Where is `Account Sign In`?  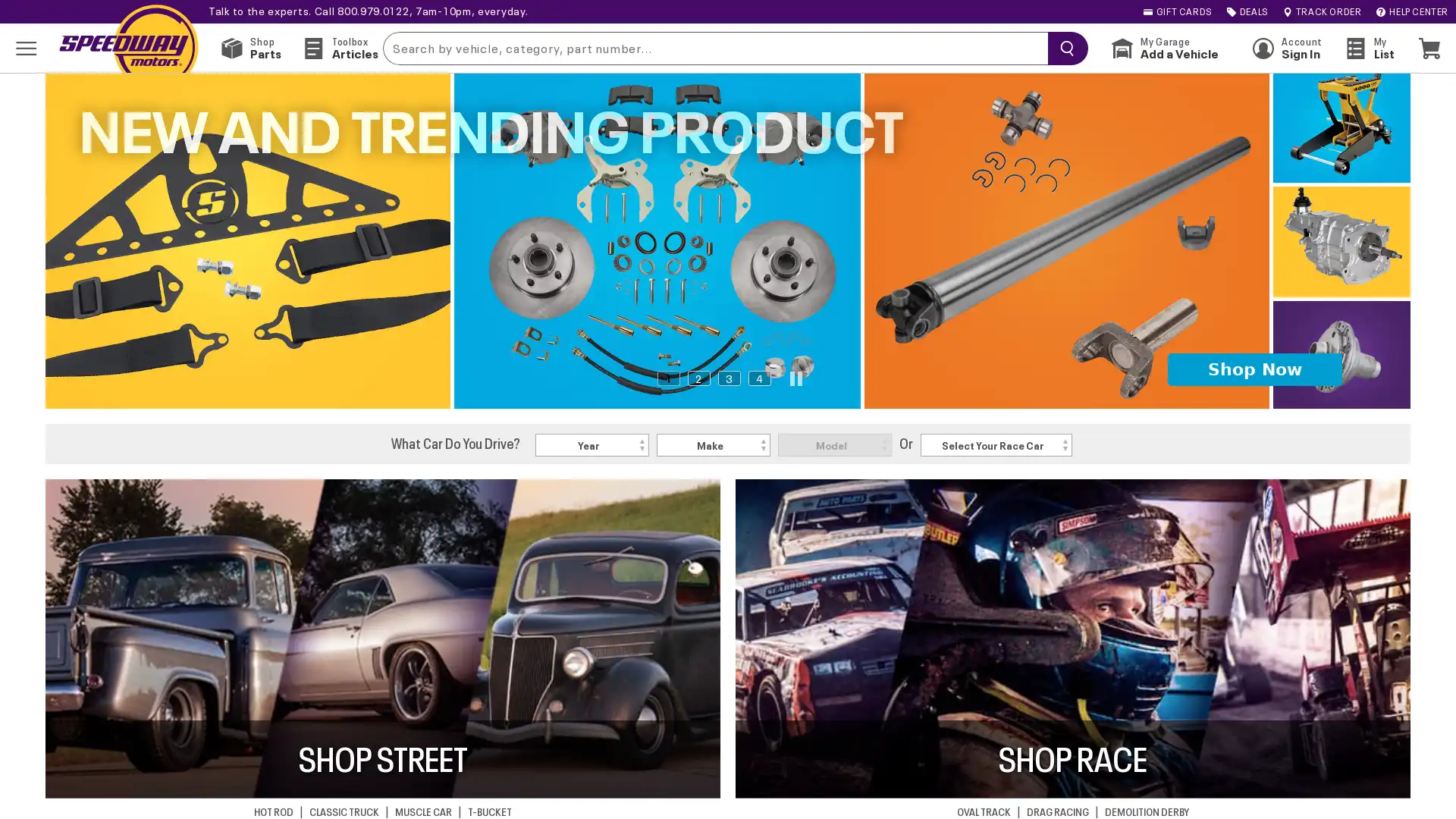 Account Sign In is located at coordinates (1286, 47).